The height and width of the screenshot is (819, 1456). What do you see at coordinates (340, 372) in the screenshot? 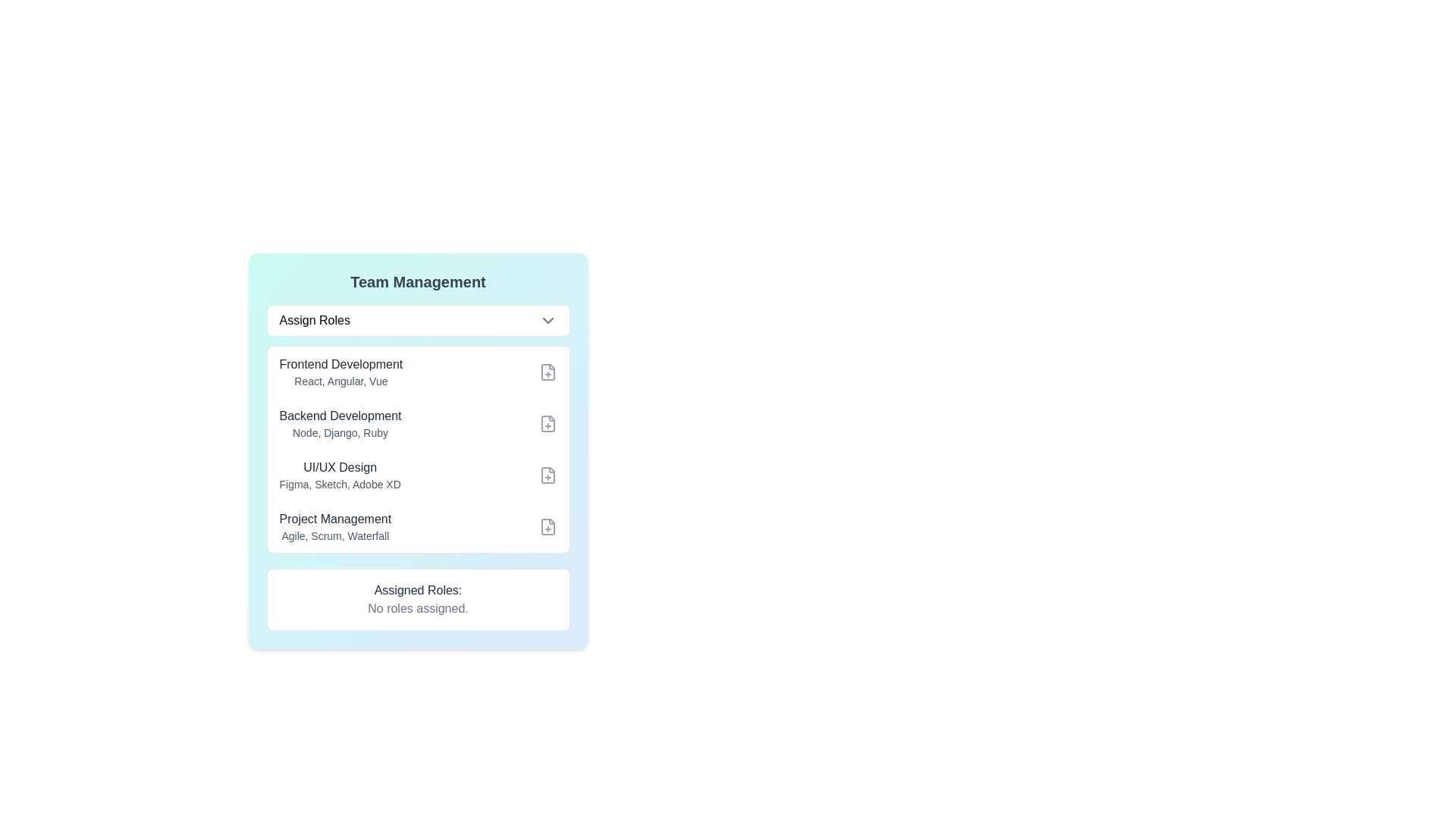
I see `text content of the 'Frontend Development' text display element located in the top left section of the 'Team Management' panel` at bounding box center [340, 372].